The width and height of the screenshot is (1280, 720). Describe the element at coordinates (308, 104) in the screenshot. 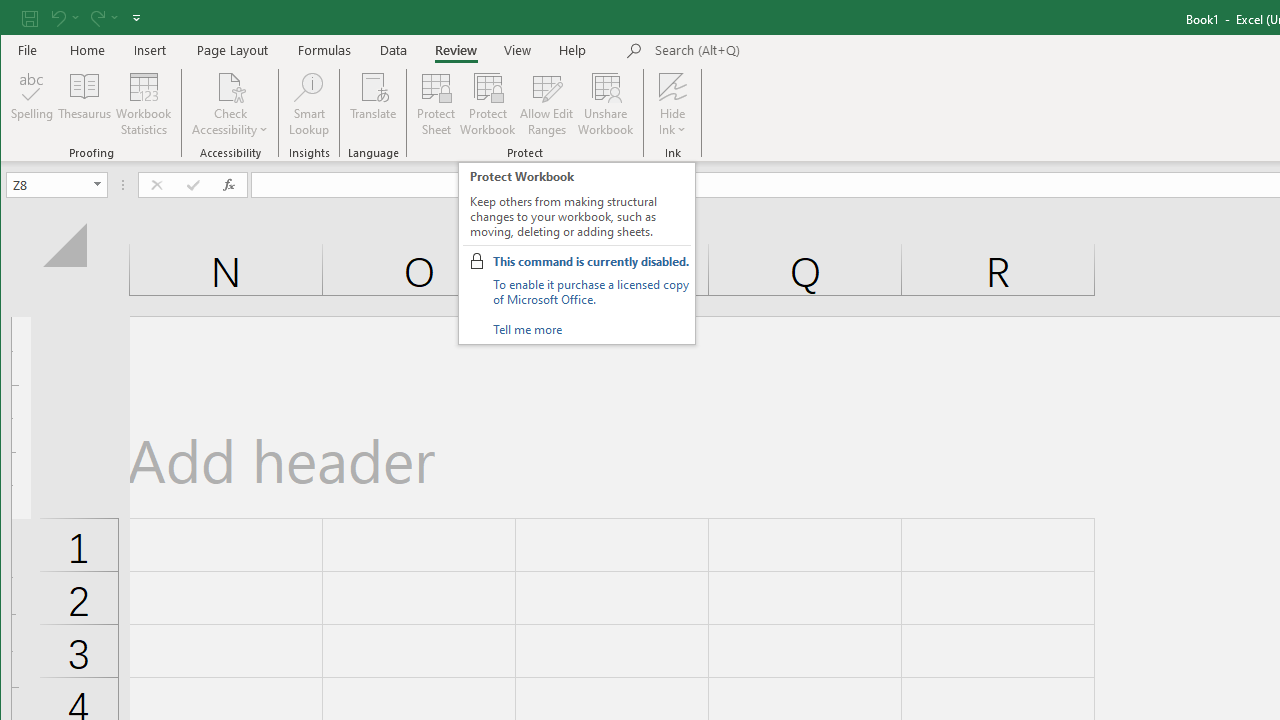

I see `'Smart Lookup'` at that location.